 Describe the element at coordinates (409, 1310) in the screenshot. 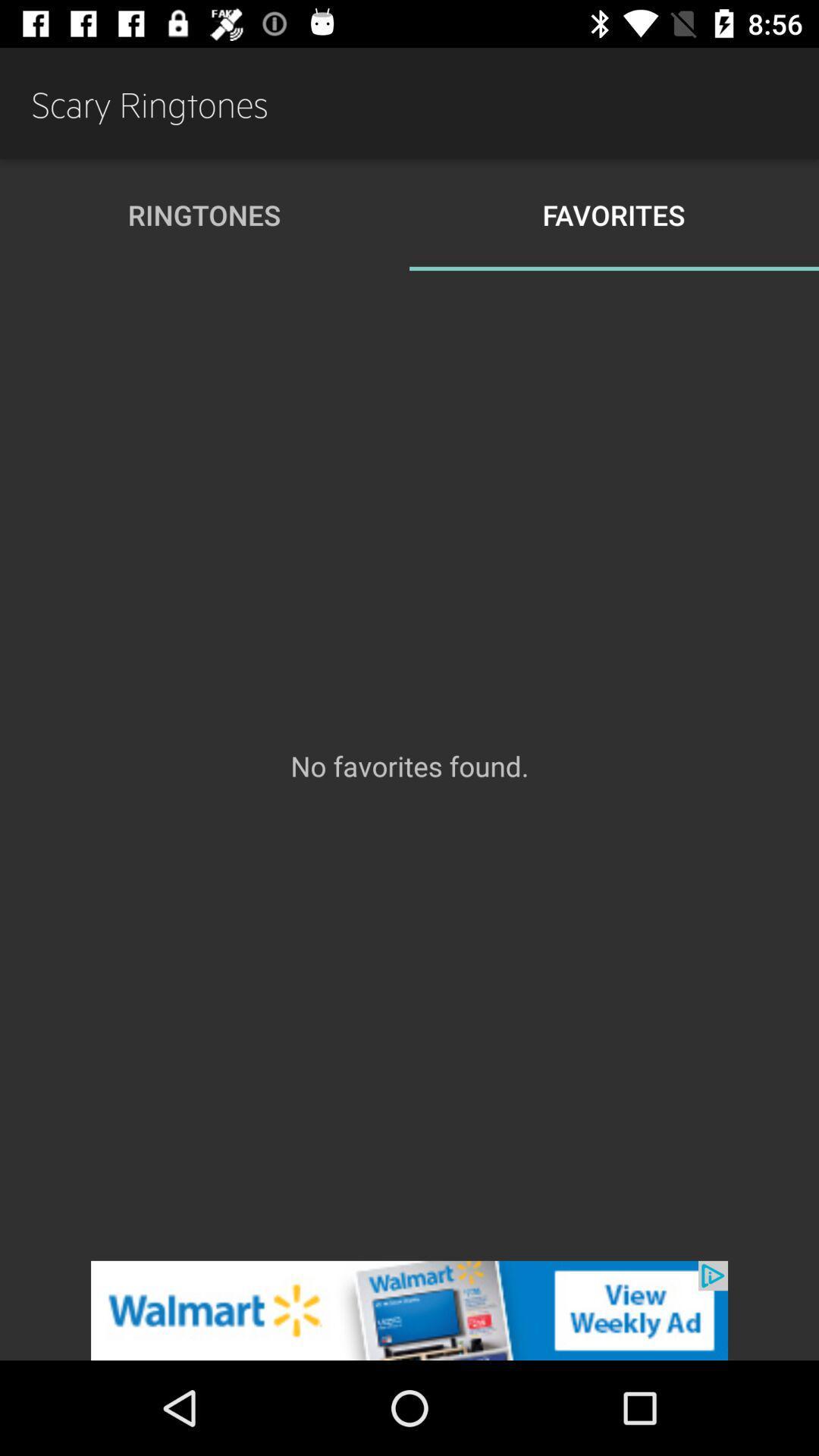

I see `banner` at that location.